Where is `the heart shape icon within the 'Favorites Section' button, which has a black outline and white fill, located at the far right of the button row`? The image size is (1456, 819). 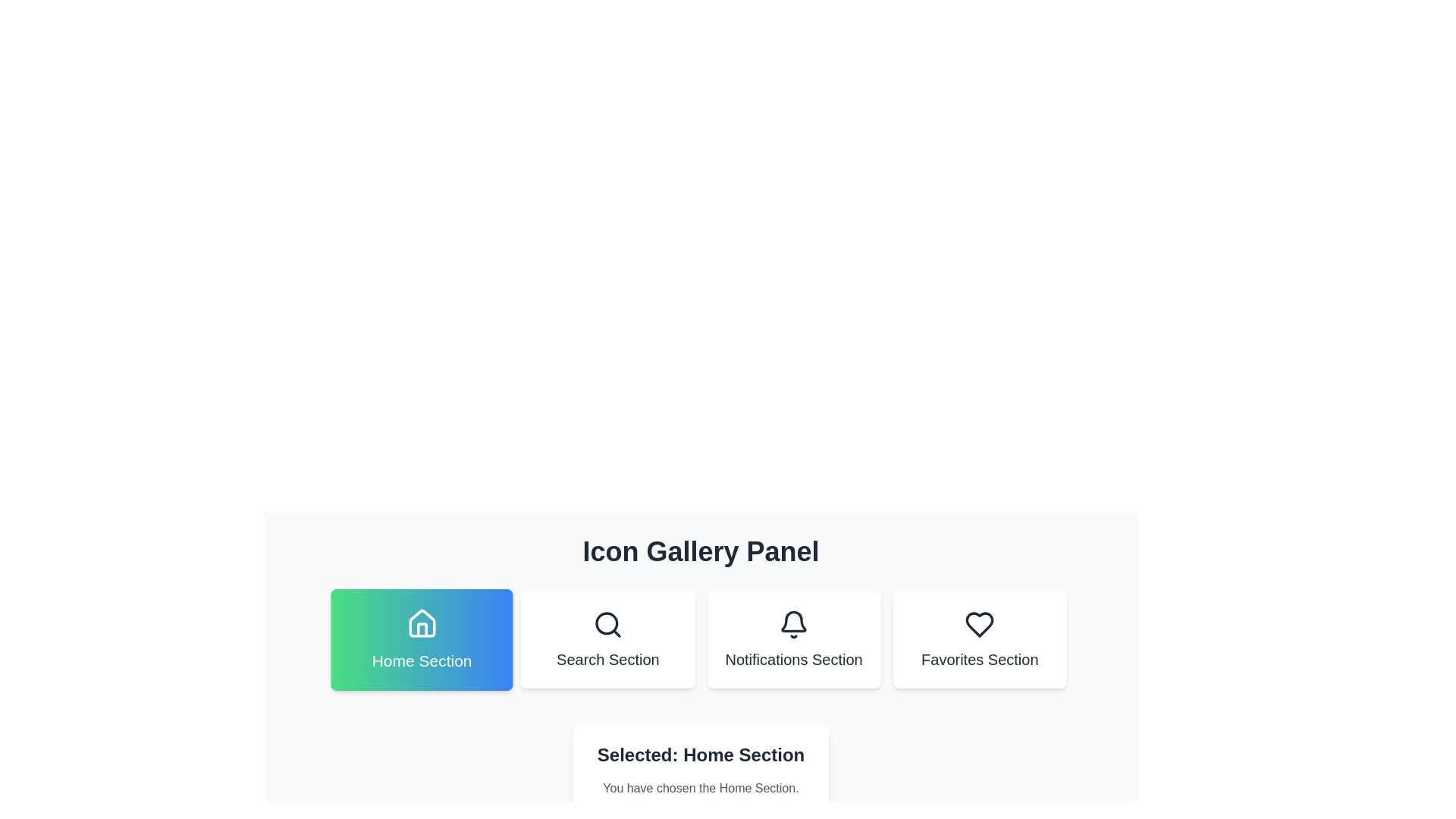 the heart shape icon within the 'Favorites Section' button, which has a black outline and white fill, located at the far right of the button row is located at coordinates (980, 625).